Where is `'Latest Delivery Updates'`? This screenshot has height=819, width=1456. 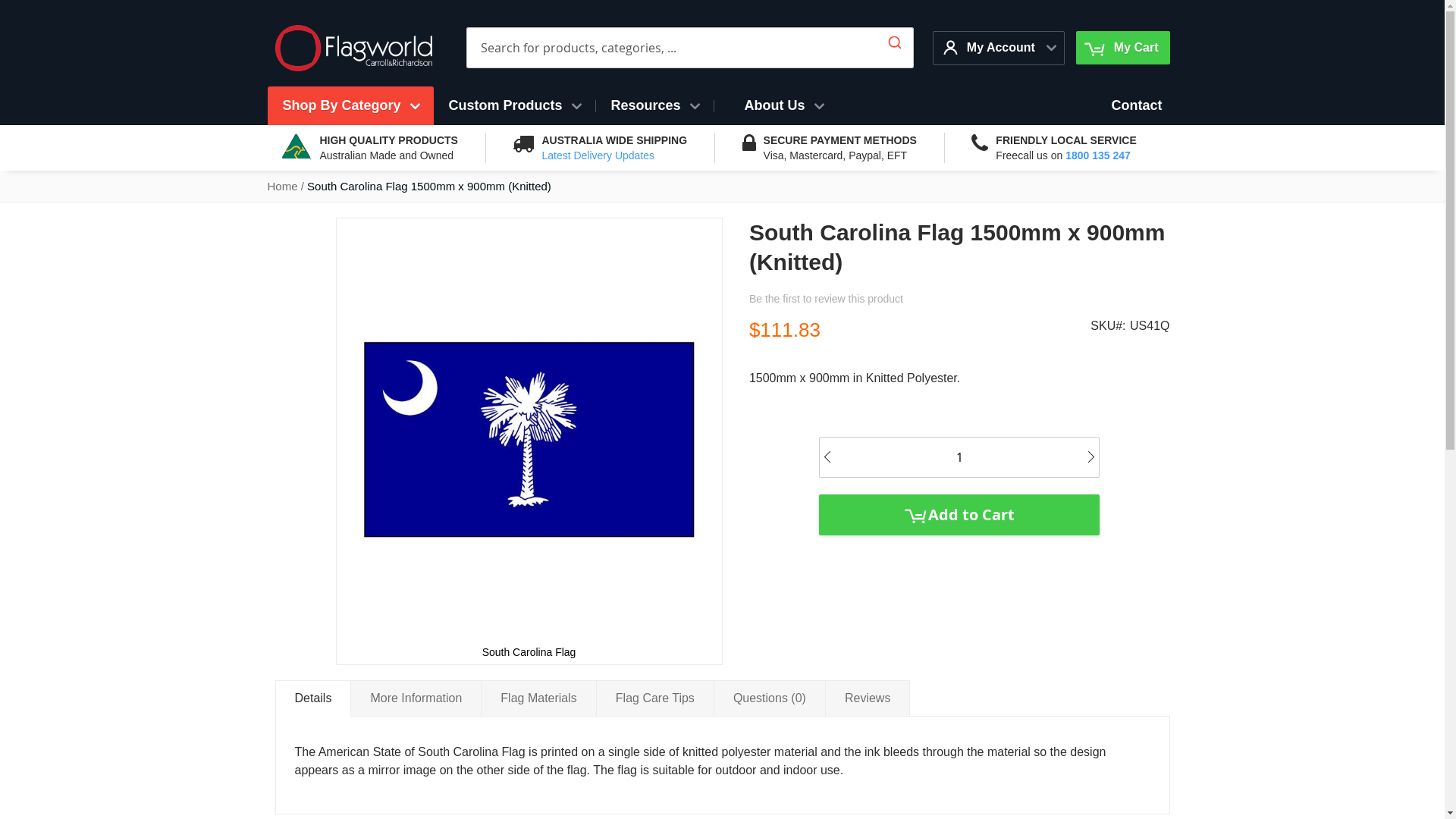
'Latest Delivery Updates' is located at coordinates (597, 155).